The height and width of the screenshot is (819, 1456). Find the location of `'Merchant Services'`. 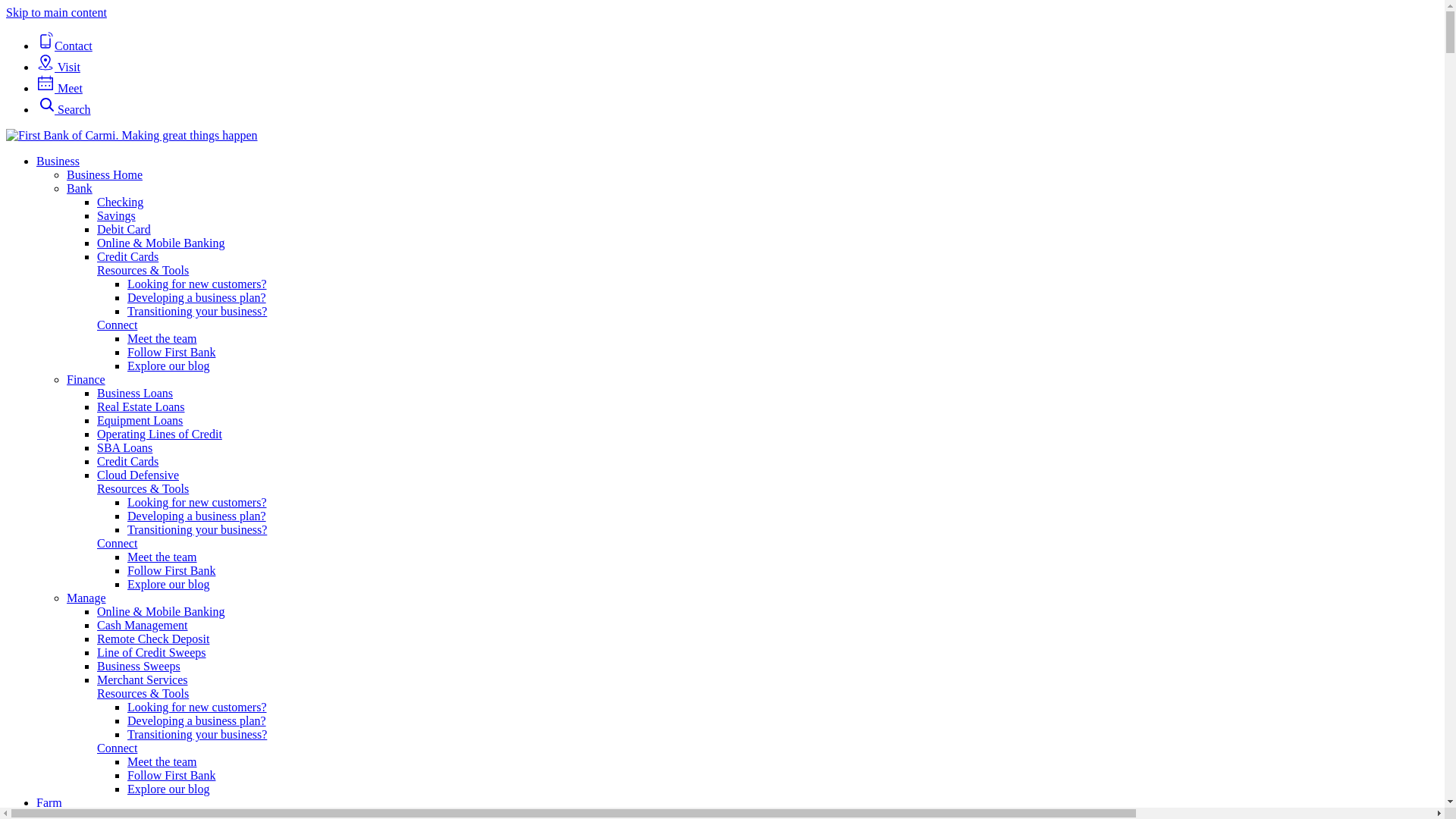

'Merchant Services' is located at coordinates (142, 679).